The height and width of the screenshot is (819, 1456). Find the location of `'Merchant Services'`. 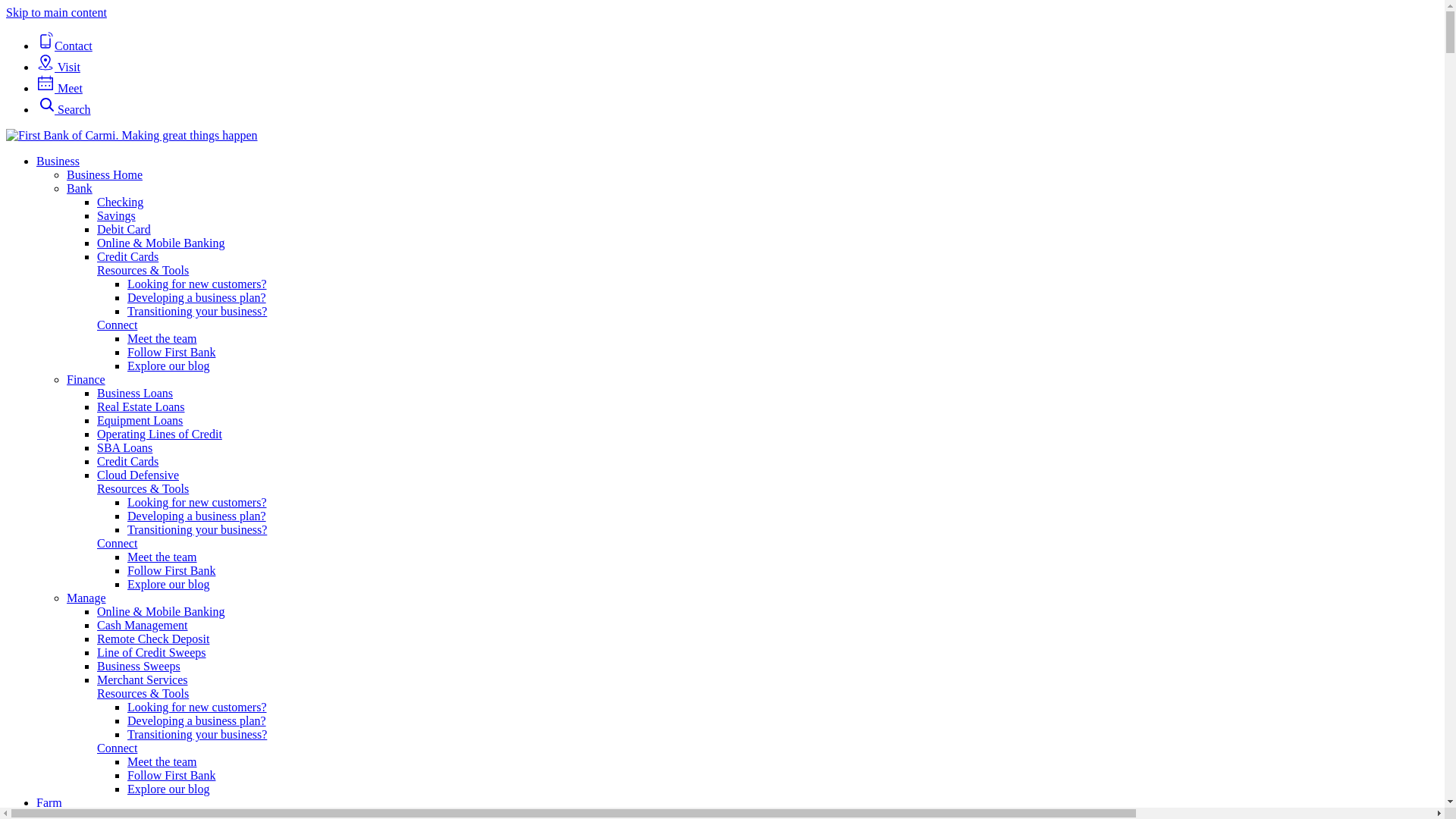

'Merchant Services' is located at coordinates (142, 679).